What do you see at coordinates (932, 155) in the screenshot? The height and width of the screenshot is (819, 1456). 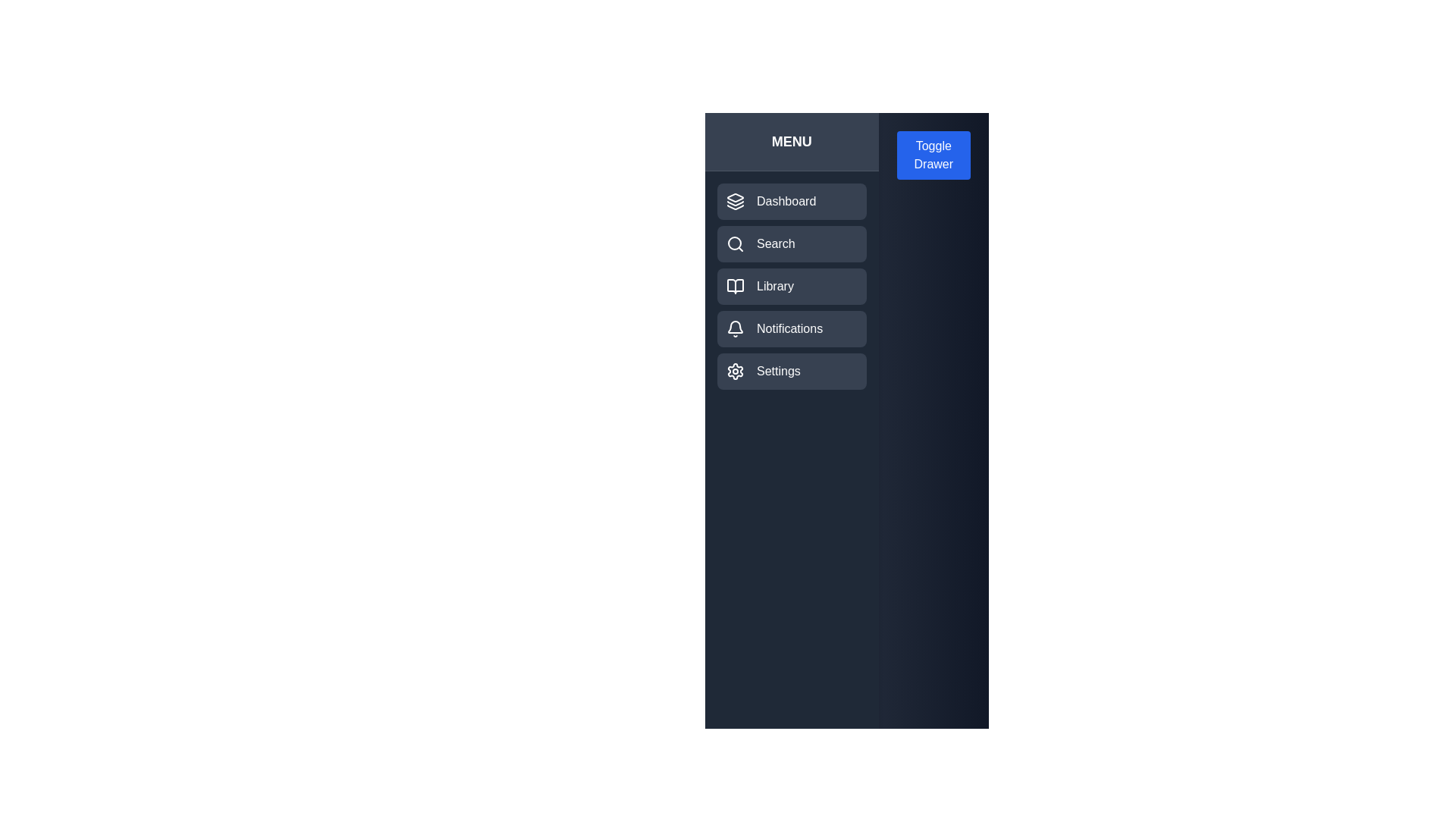 I see `the 'Toggle Drawer' button to toggle the drawer's open/close state` at bounding box center [932, 155].